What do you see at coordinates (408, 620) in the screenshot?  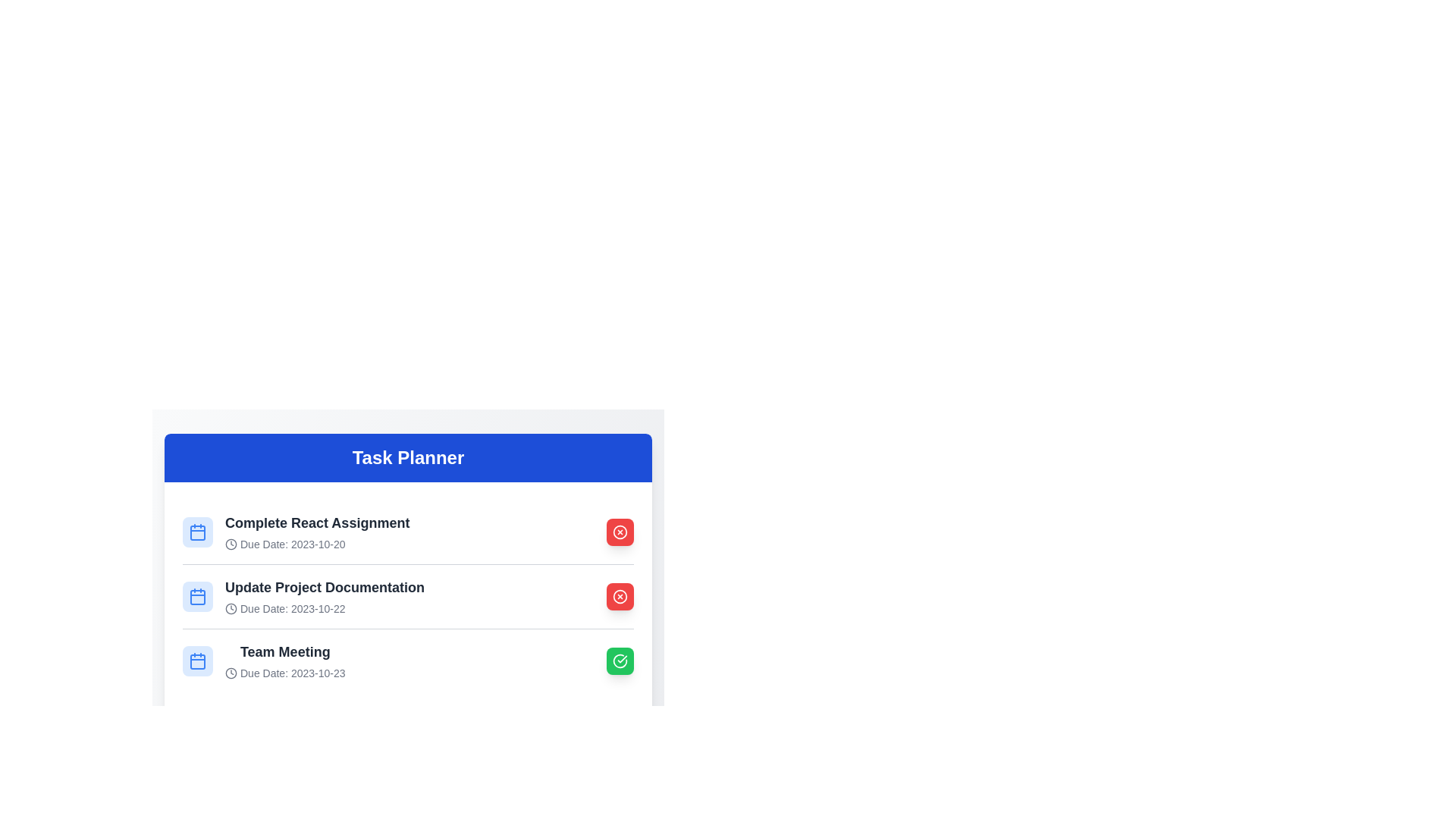 I see `the second task item labeled 'Update Project Documentation' in the task planner interface` at bounding box center [408, 620].